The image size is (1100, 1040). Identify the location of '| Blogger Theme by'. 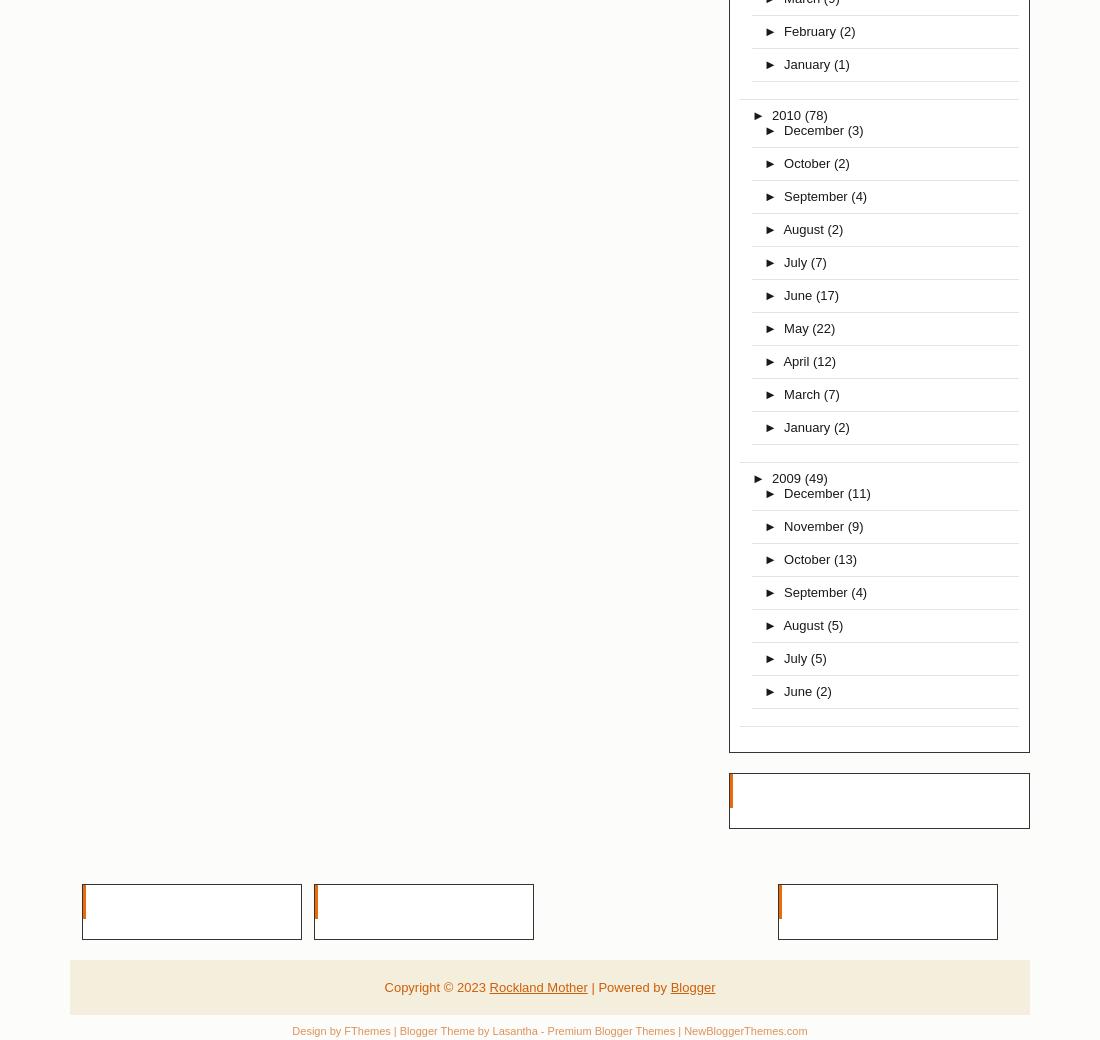
(439, 1030).